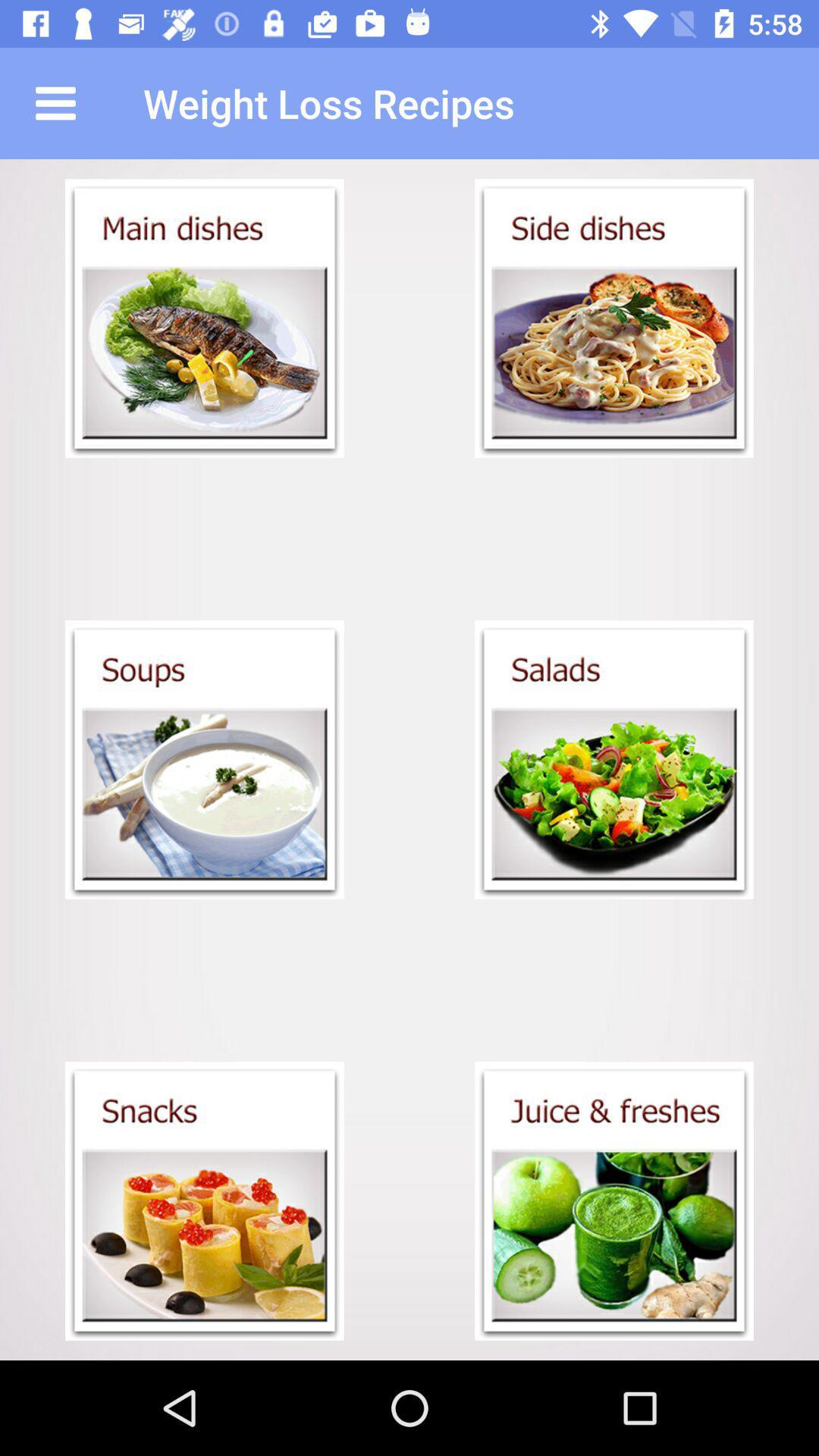  I want to click on item below weight loss recipes icon, so click(614, 318).